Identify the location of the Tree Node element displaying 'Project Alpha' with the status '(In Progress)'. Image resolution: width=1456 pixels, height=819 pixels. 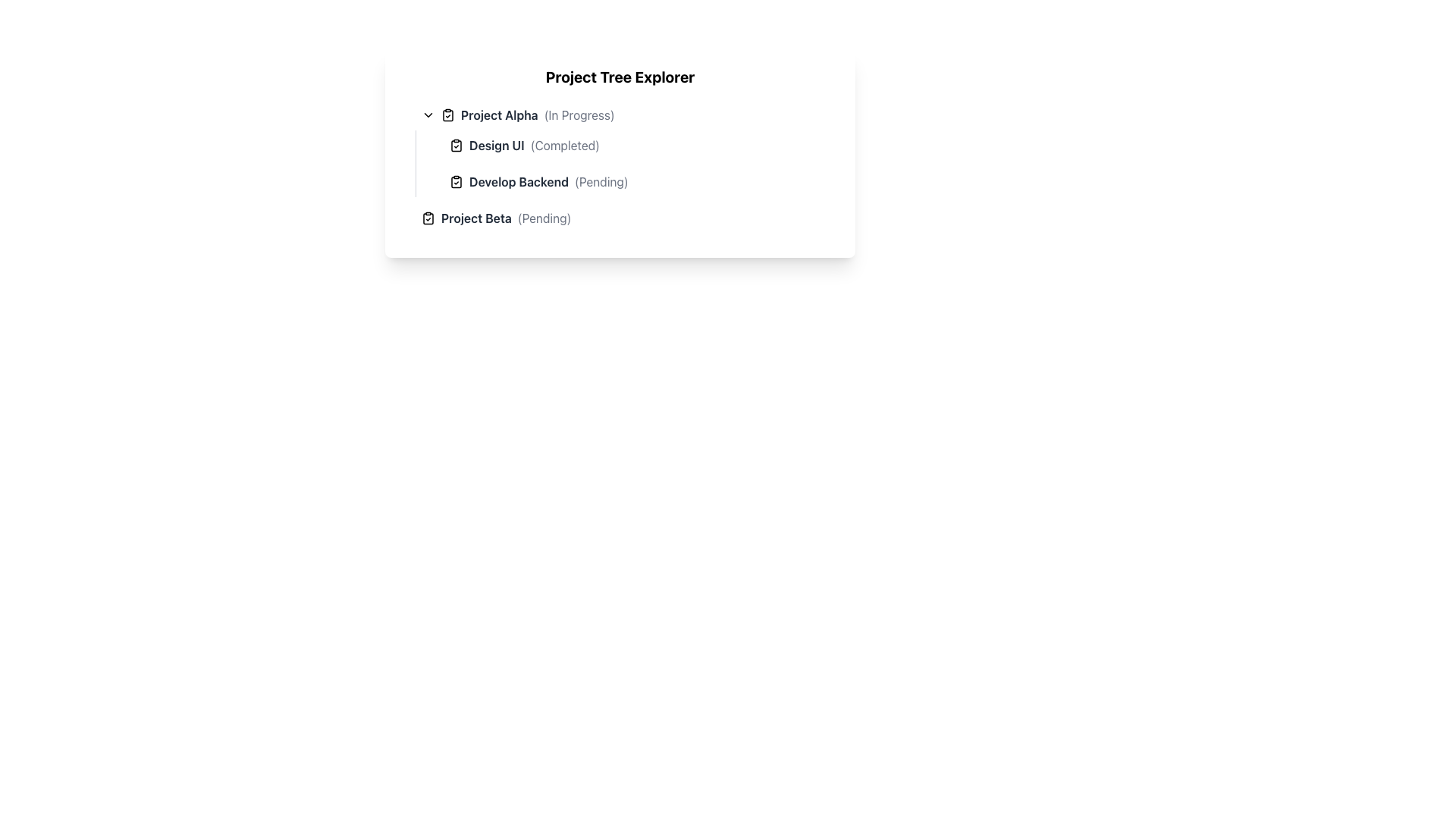
(626, 114).